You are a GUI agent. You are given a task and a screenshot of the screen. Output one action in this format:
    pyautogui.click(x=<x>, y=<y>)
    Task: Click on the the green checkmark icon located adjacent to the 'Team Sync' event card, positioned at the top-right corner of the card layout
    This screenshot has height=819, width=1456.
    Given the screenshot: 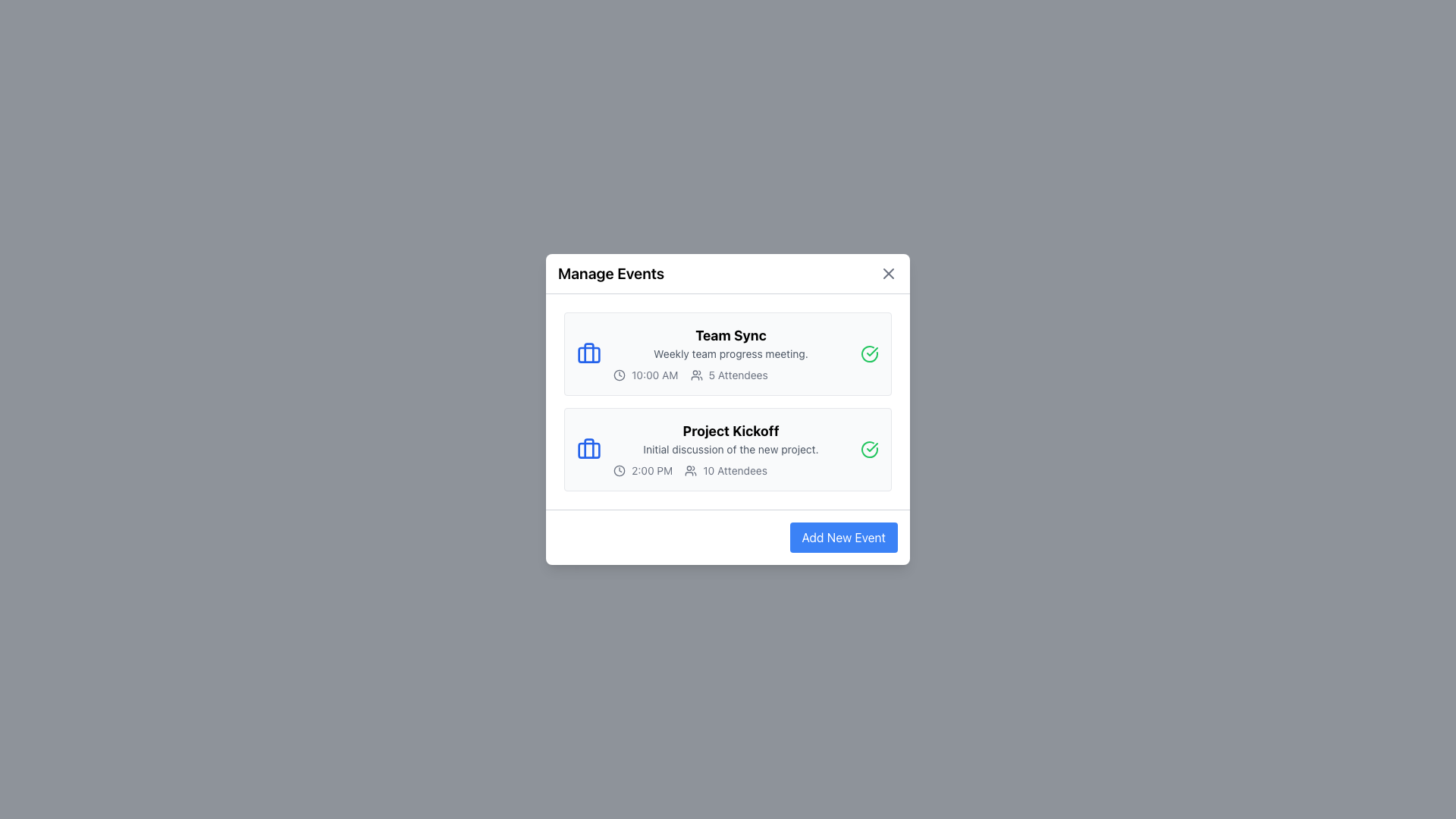 What is the action you would take?
    pyautogui.click(x=872, y=447)
    